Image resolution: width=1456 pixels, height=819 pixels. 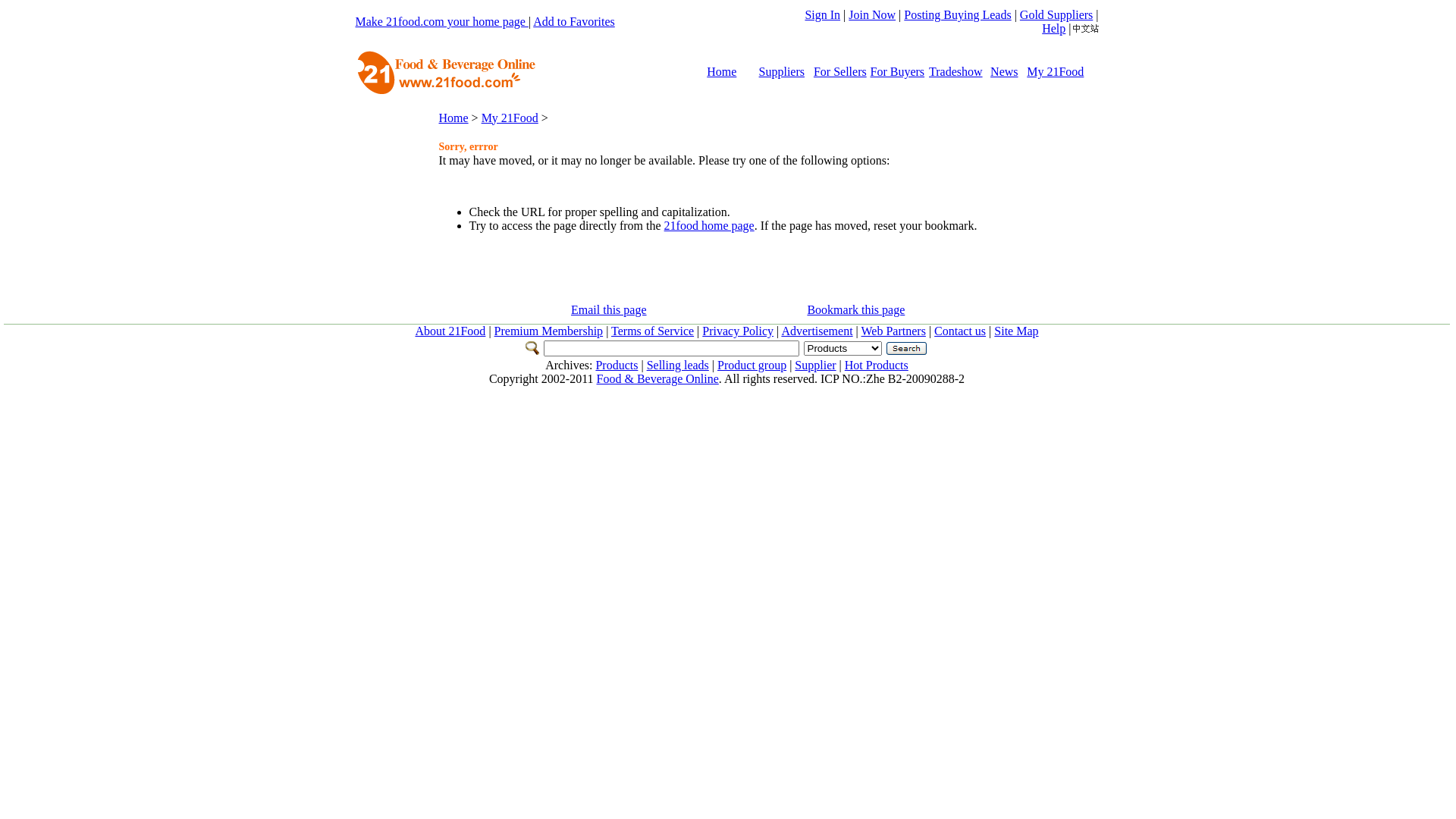 What do you see at coordinates (903, 14) in the screenshot?
I see `'Posting Buying Leads'` at bounding box center [903, 14].